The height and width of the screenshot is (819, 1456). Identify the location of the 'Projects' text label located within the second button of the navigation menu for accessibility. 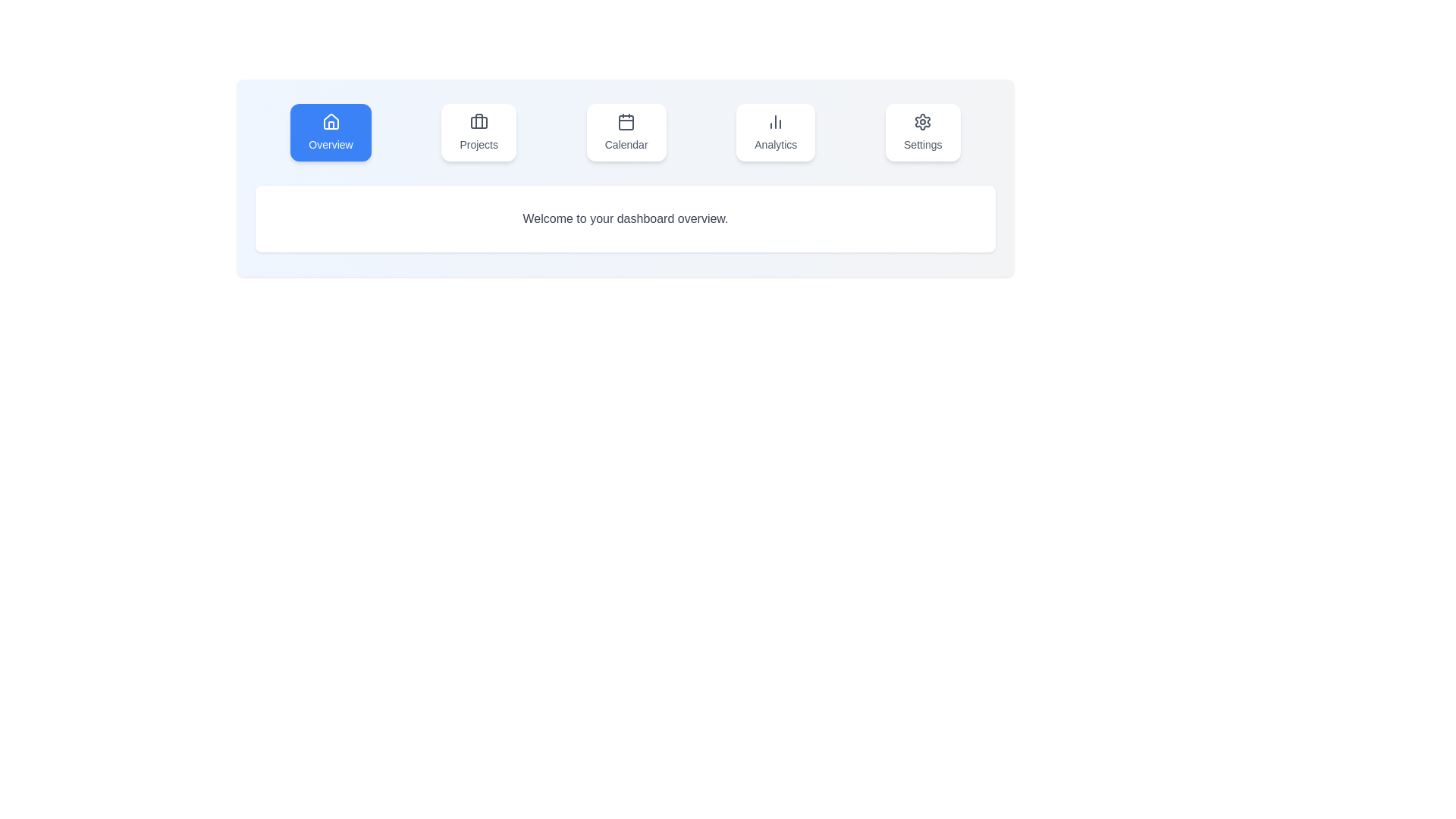
(478, 145).